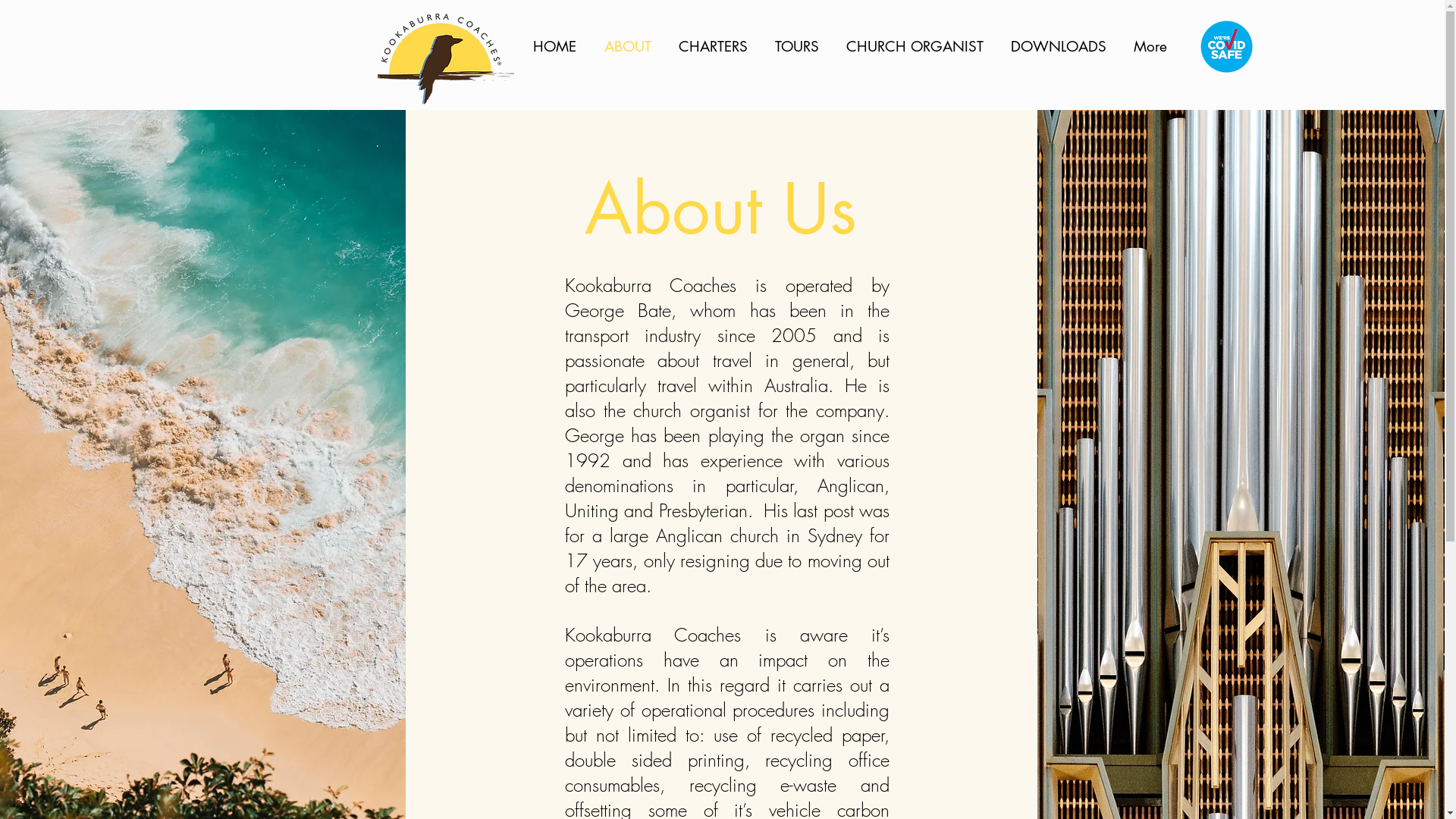 The width and height of the screenshot is (1456, 819). Describe the element at coordinates (797, 45) in the screenshot. I see `'TOURS'` at that location.